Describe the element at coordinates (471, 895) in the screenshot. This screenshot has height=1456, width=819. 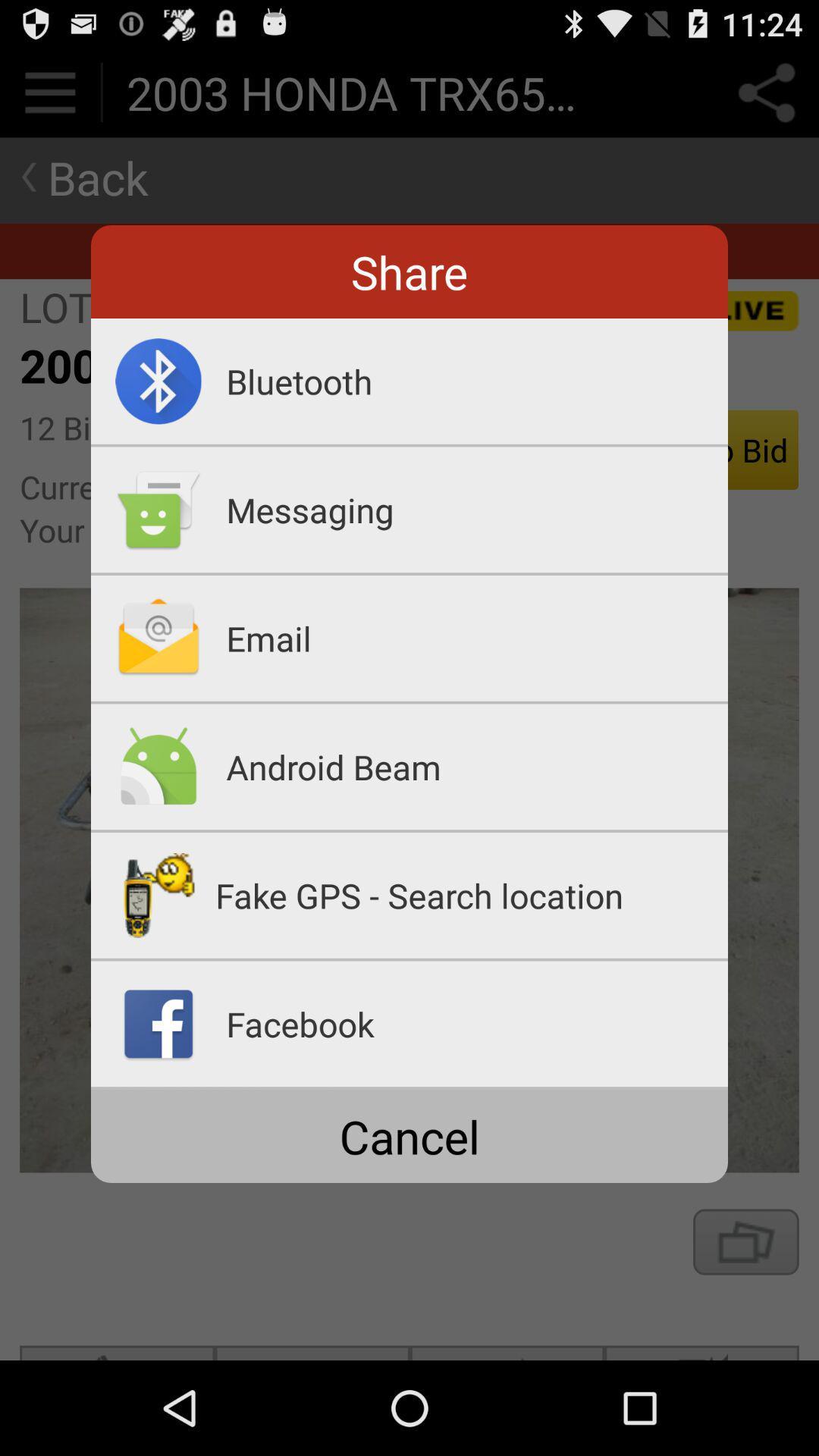
I see `fake gps search icon` at that location.